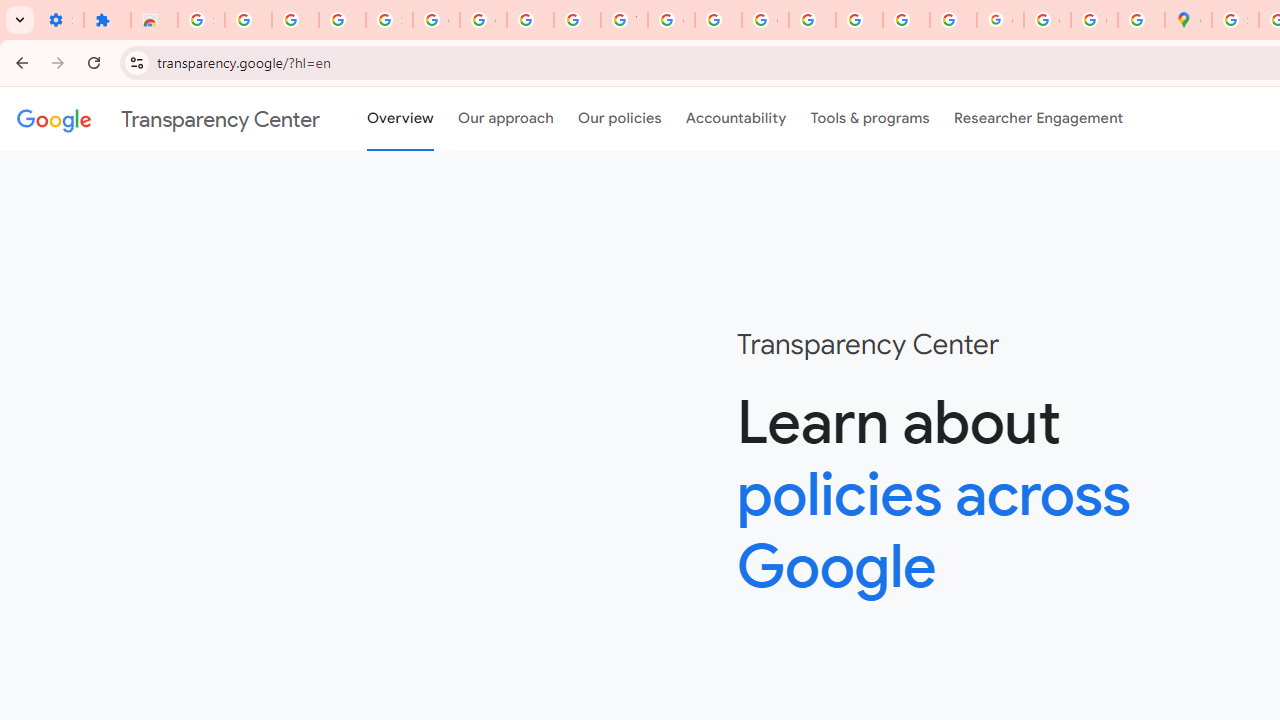 The height and width of the screenshot is (720, 1280). I want to click on 'Reviews: Helix Fruit Jump Arcade Game', so click(153, 20).